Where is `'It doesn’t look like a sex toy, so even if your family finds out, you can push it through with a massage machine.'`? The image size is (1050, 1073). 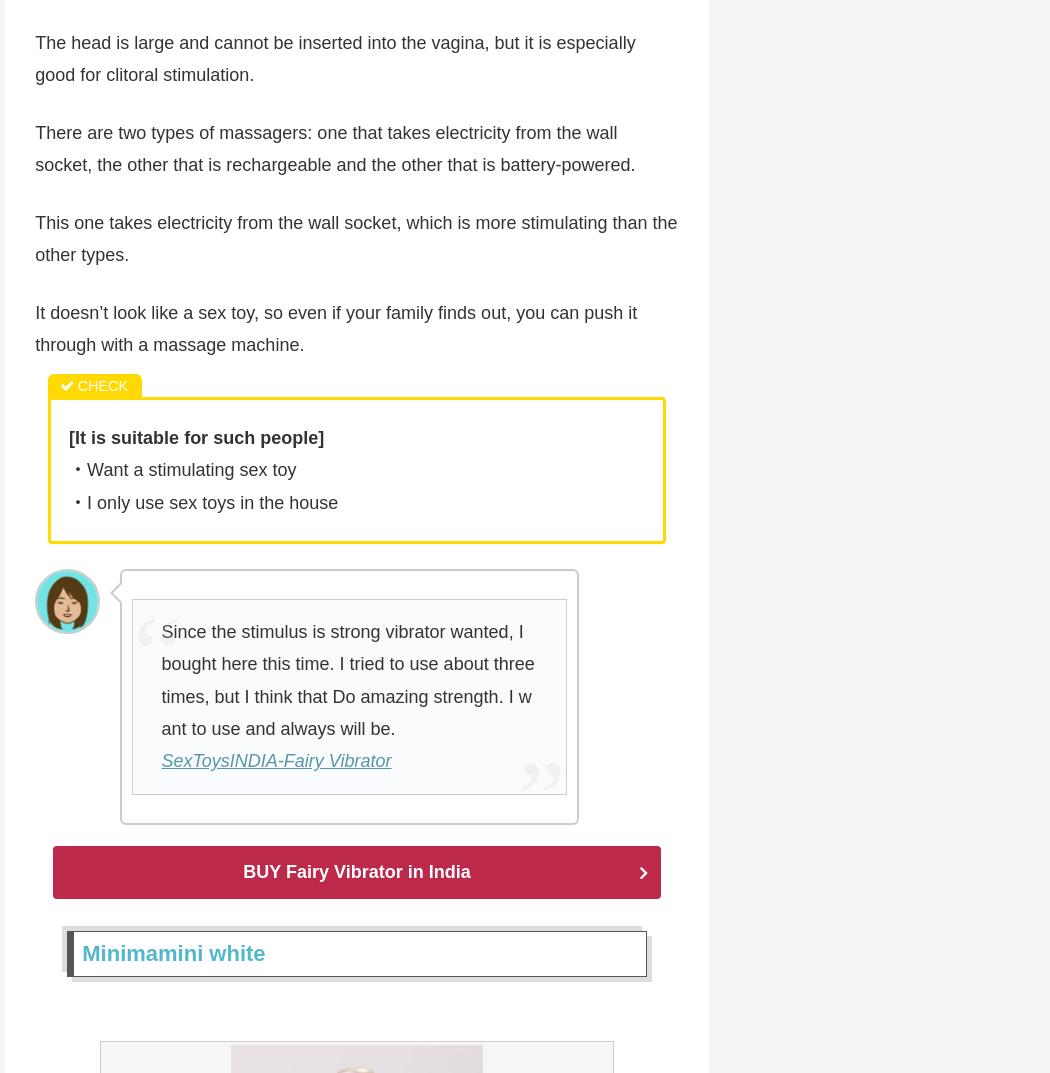
'It doesn’t look like a sex toy, so even if your family finds out, you can push it through with a massage machine.' is located at coordinates (336, 330).